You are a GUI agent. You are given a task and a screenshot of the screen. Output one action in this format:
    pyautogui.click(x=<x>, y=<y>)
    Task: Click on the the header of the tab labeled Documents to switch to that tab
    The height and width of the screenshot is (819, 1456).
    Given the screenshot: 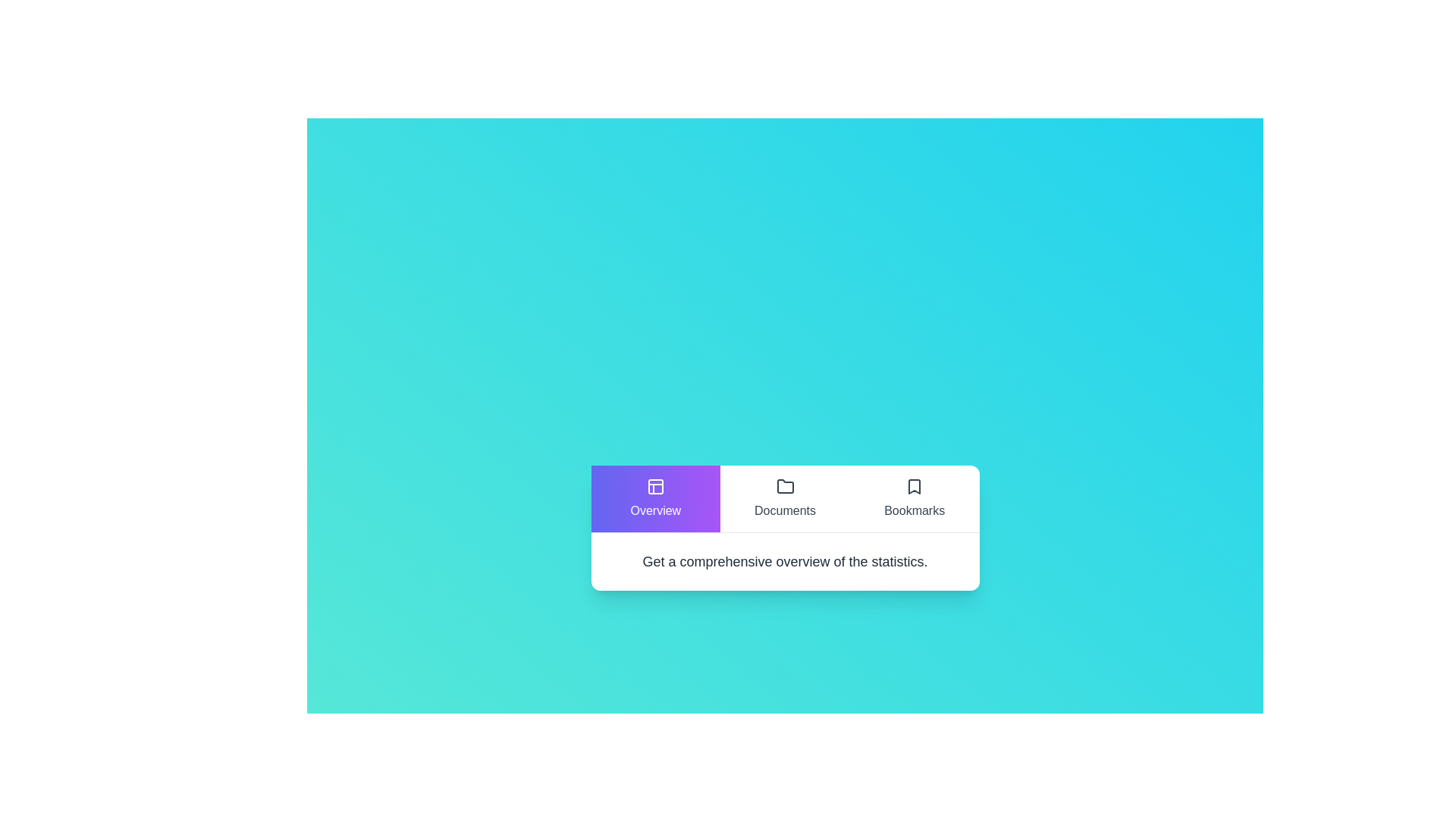 What is the action you would take?
    pyautogui.click(x=785, y=498)
    